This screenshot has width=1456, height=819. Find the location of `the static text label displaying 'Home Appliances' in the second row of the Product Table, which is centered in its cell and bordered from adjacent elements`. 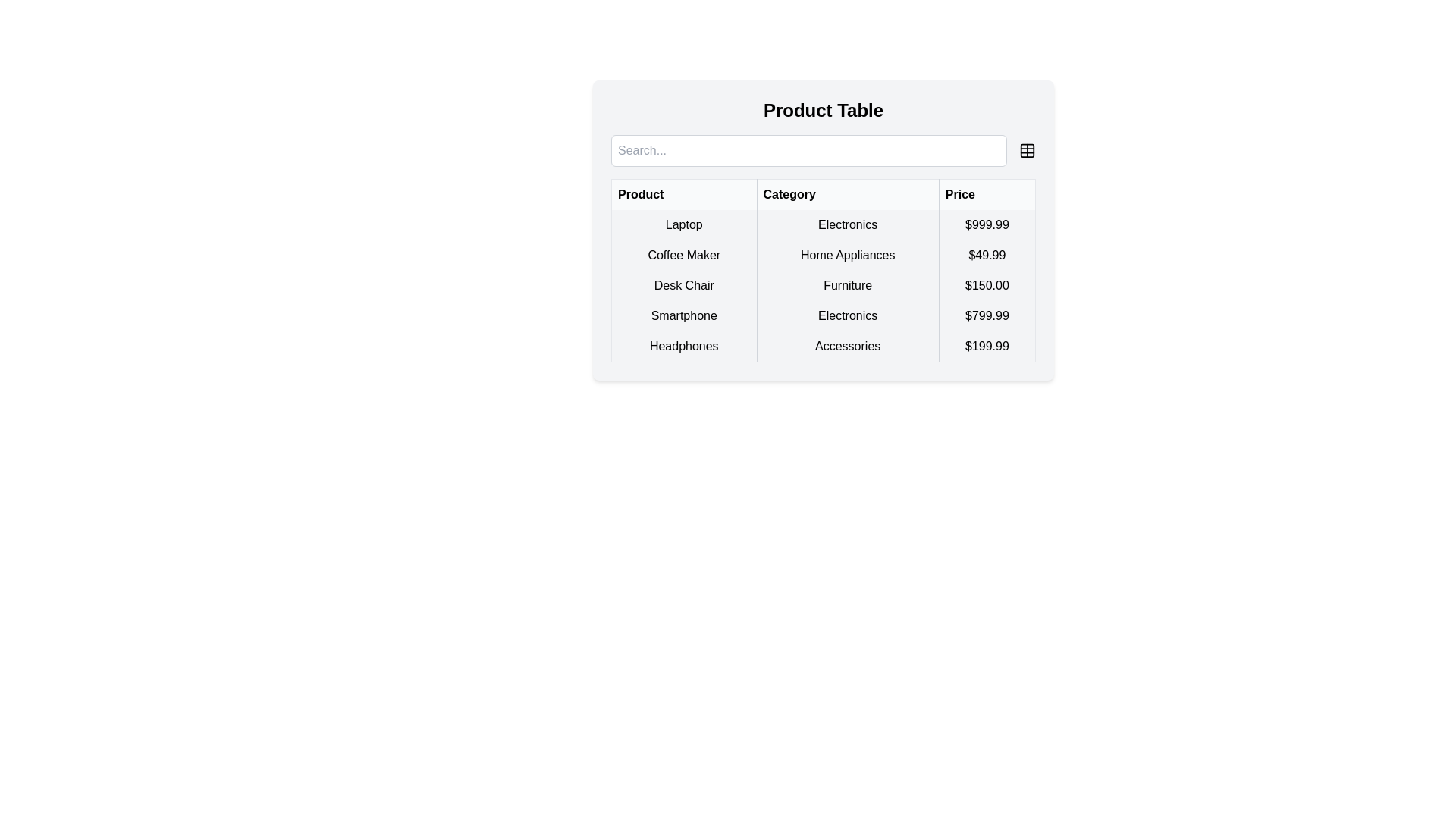

the static text label displaying 'Home Appliances' in the second row of the Product Table, which is centered in its cell and bordered from adjacent elements is located at coordinates (847, 254).